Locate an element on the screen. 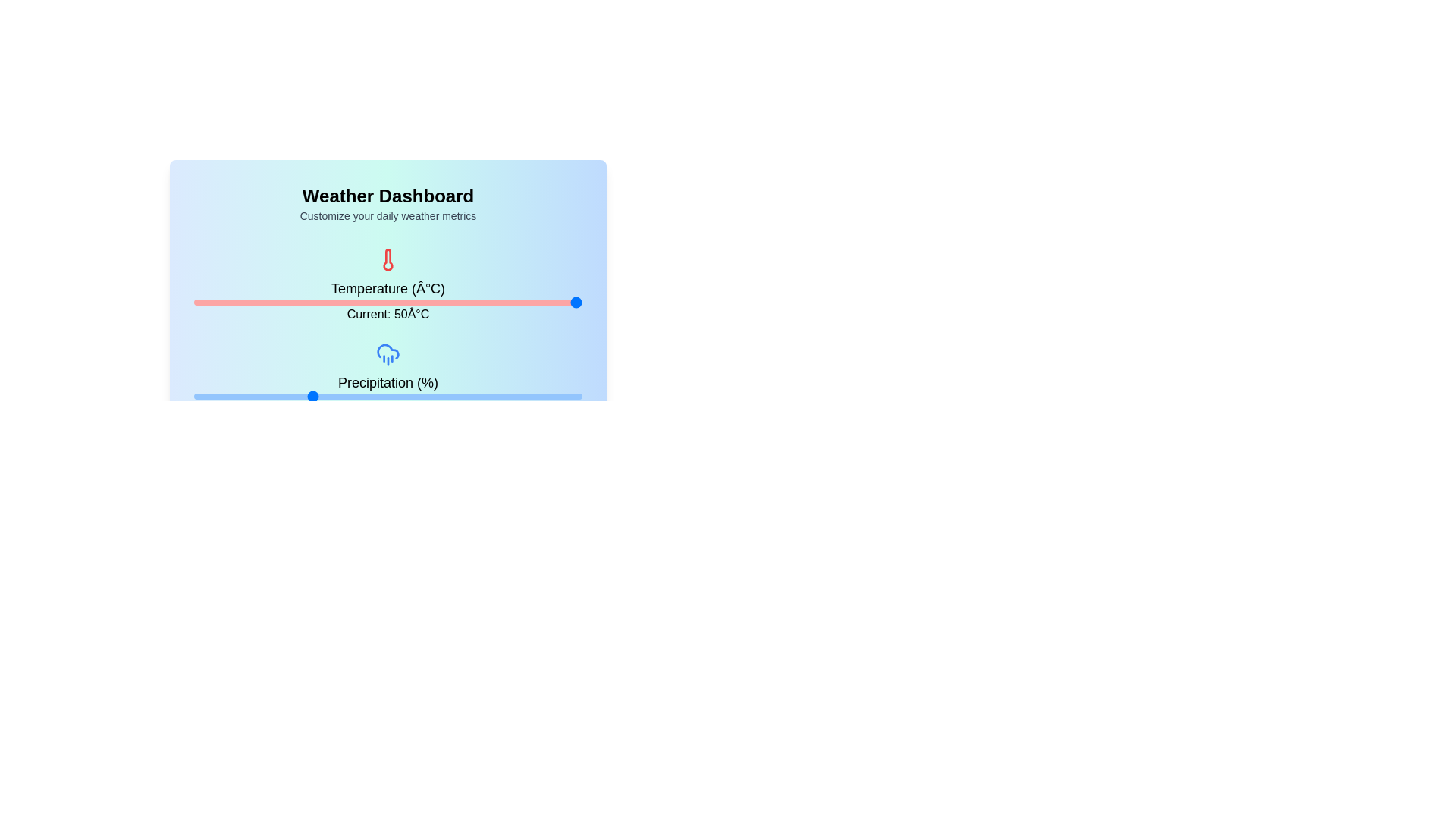  the precipitation level is located at coordinates (438, 396).